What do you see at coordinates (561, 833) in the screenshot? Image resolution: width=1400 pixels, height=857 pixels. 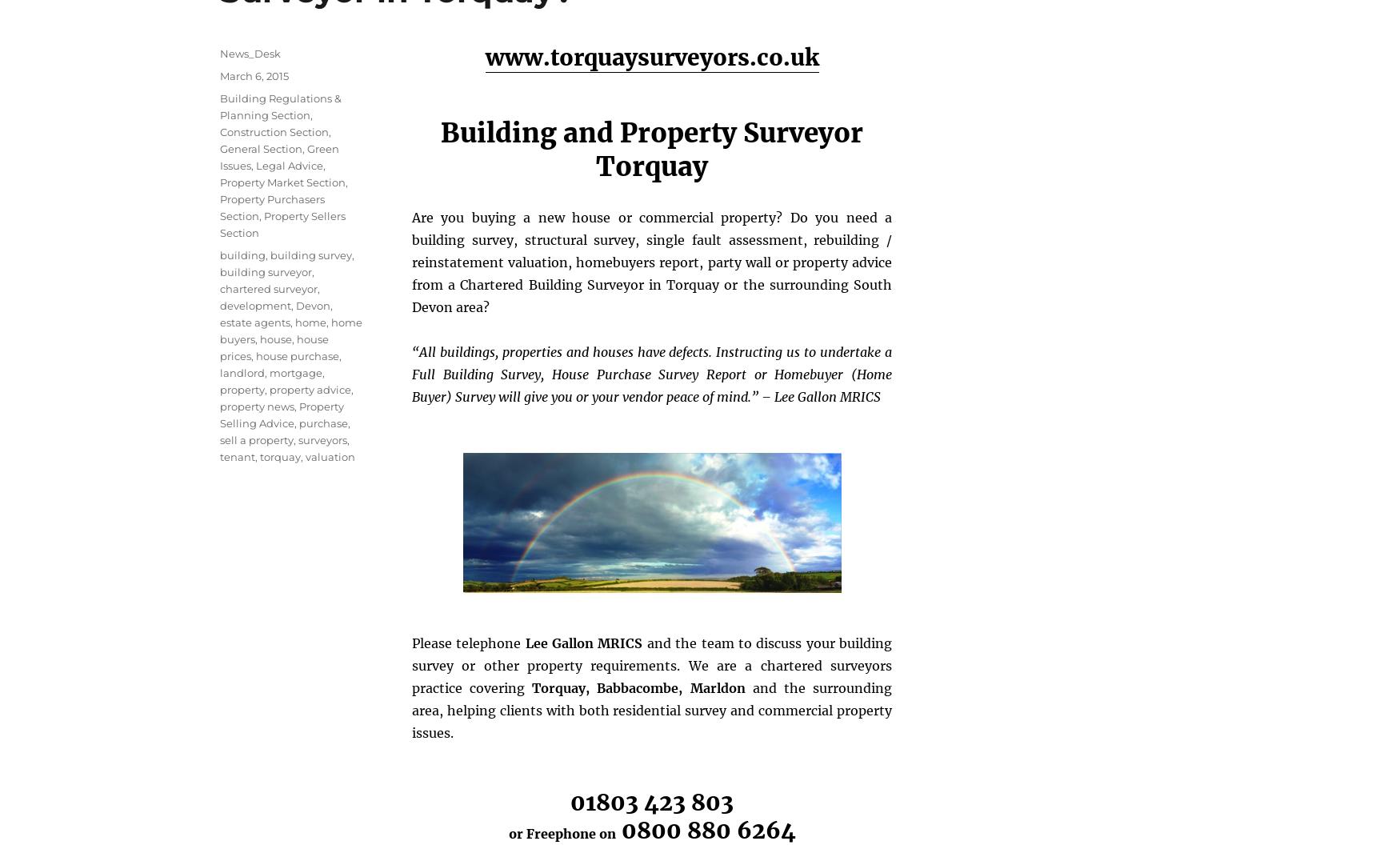 I see `'or Freephone on'` at bounding box center [561, 833].